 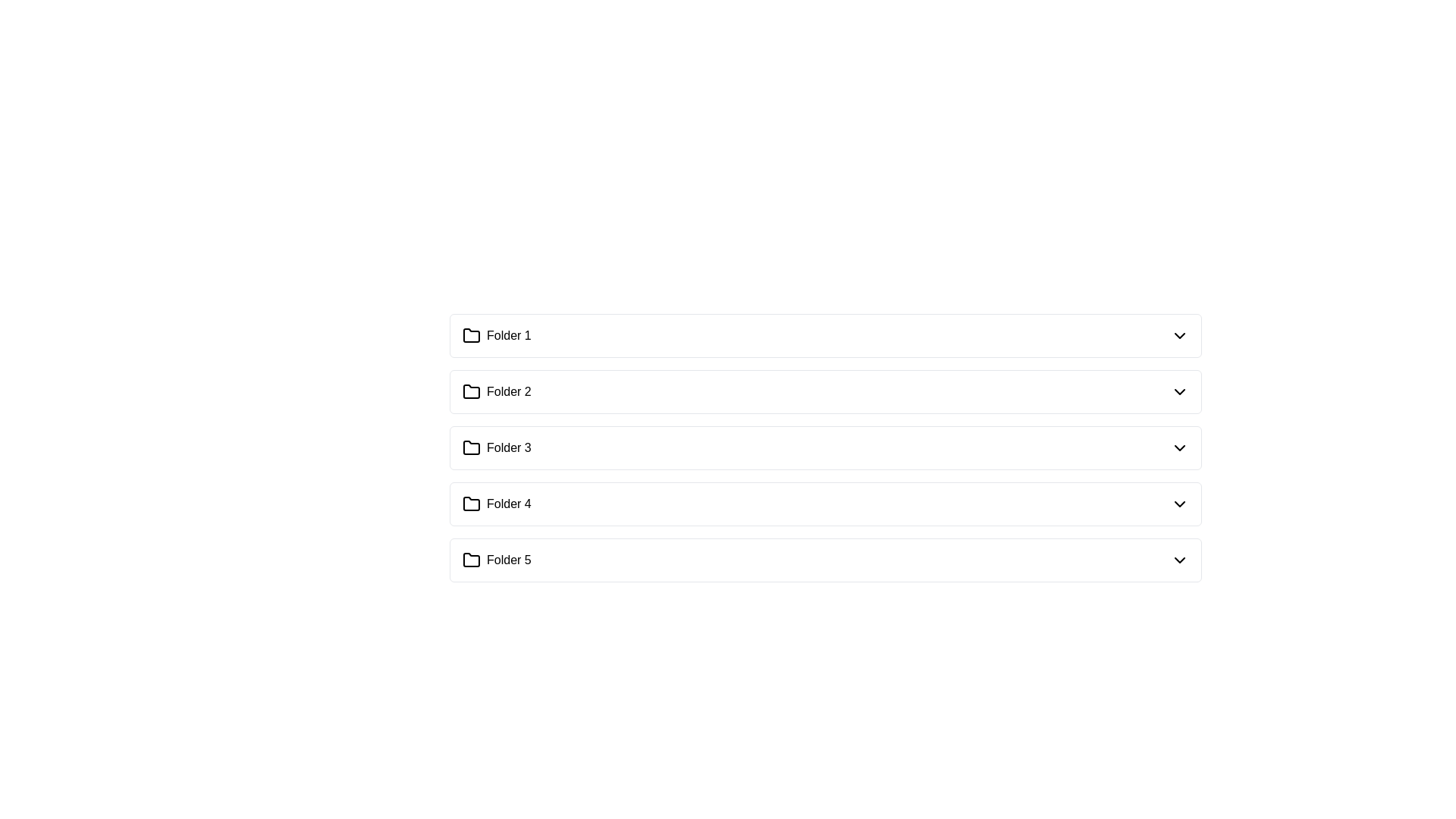 What do you see at coordinates (825, 335) in the screenshot?
I see `the 'Folder 1' button` at bounding box center [825, 335].